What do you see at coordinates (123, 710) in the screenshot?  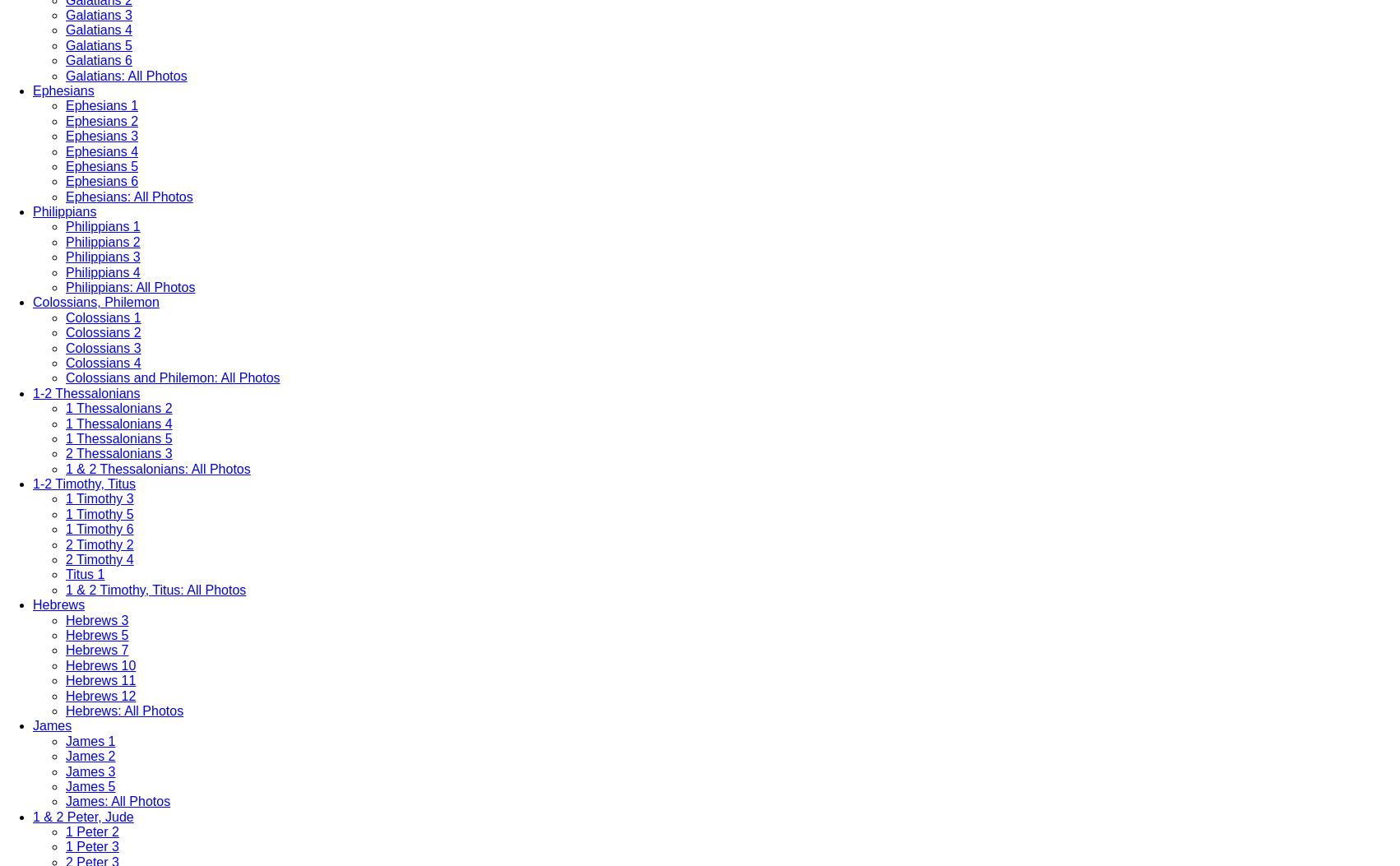 I see `'Hebrews: All Photos'` at bounding box center [123, 710].